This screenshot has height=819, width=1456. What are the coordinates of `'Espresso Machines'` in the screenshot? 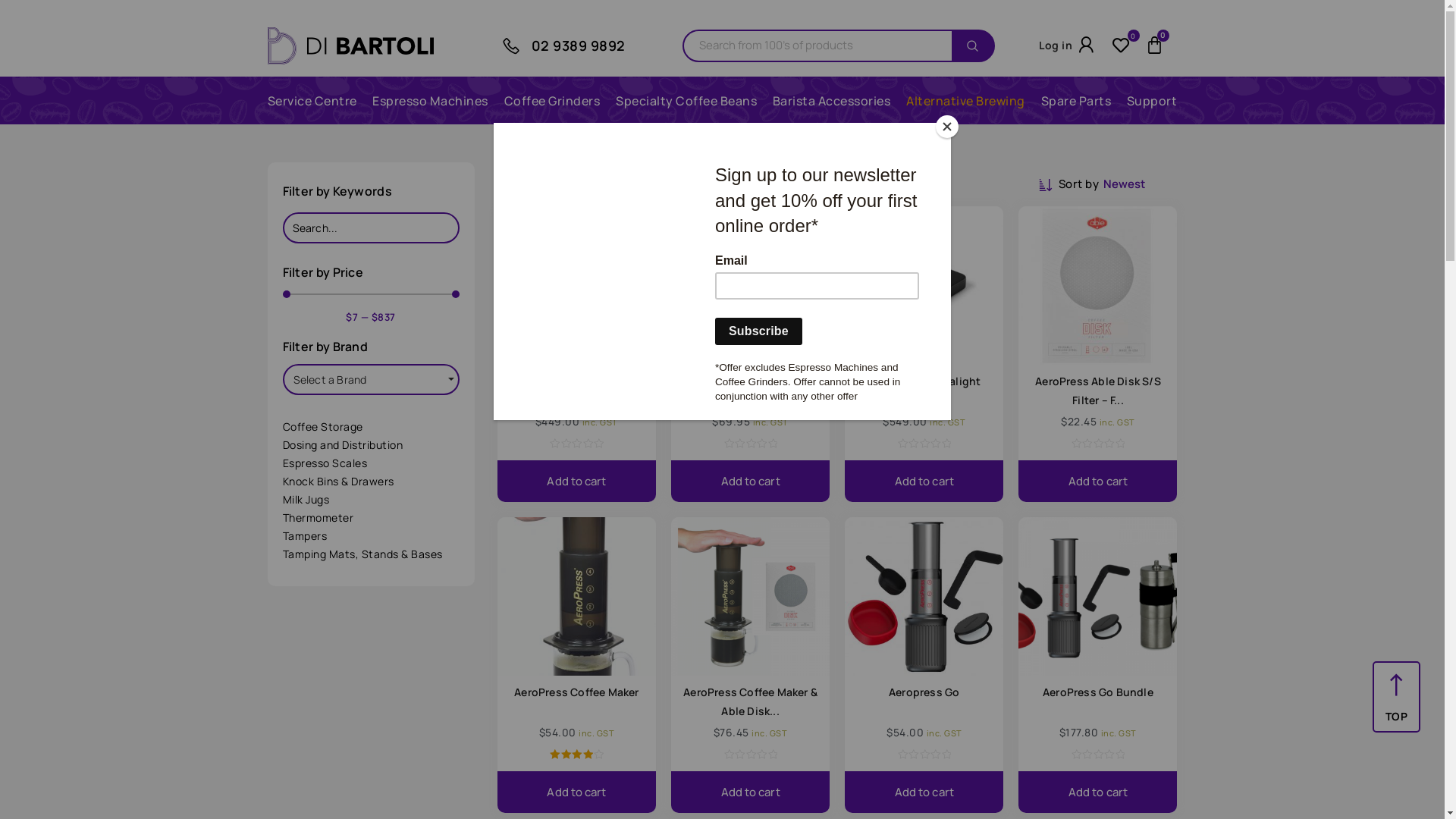 It's located at (429, 100).